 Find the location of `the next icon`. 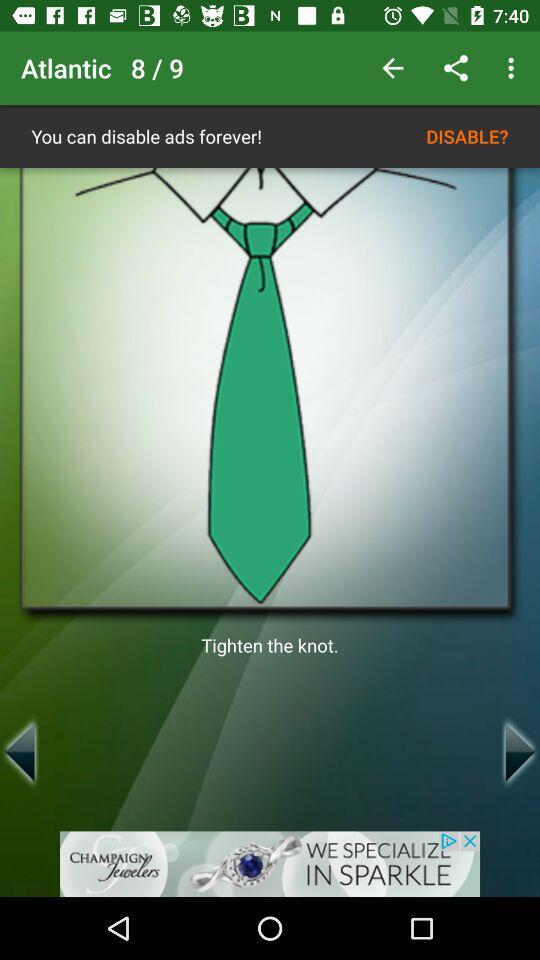

the next icon is located at coordinates (520, 751).